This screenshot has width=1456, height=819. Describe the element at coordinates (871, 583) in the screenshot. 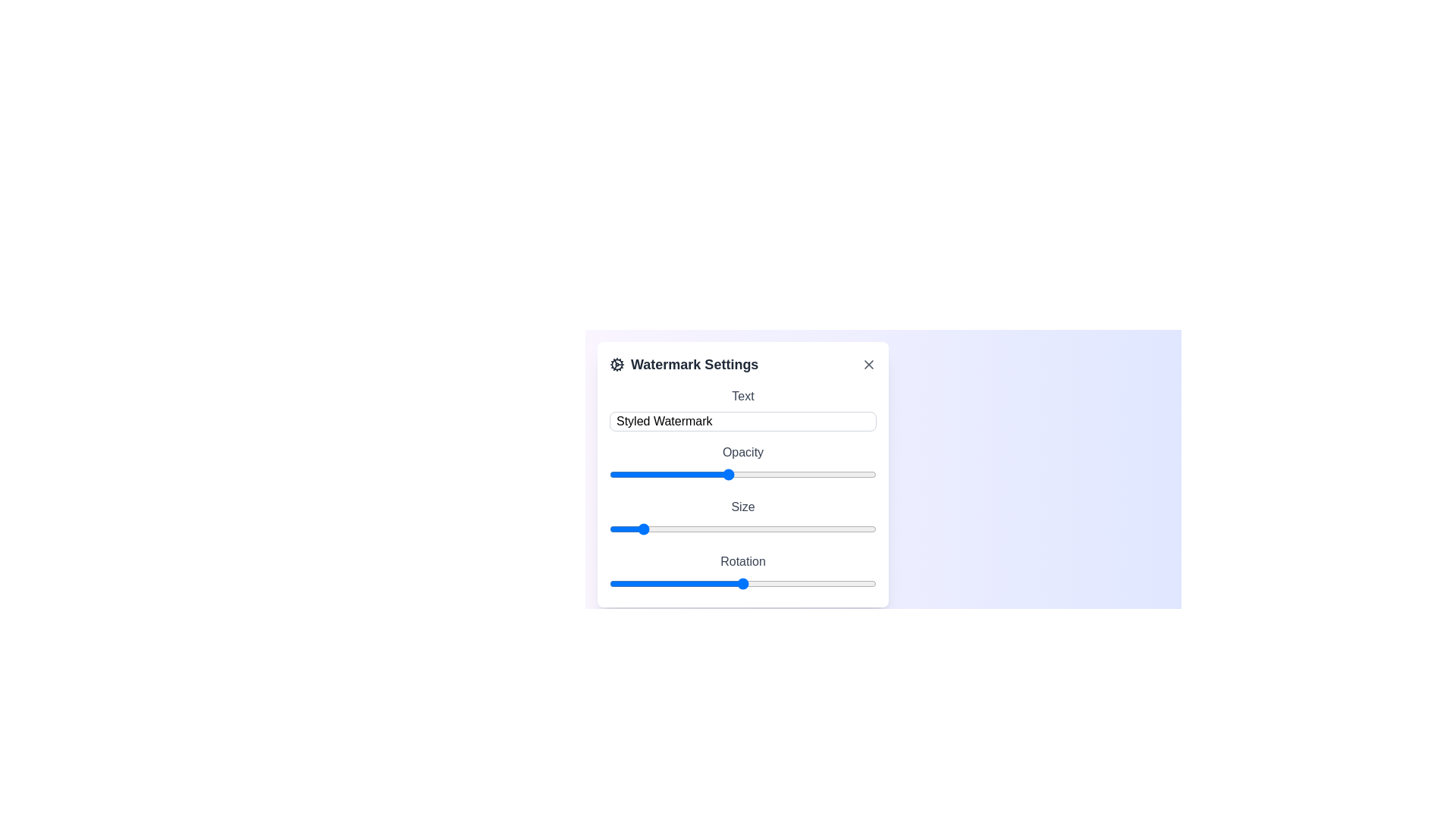

I see `rotation` at that location.